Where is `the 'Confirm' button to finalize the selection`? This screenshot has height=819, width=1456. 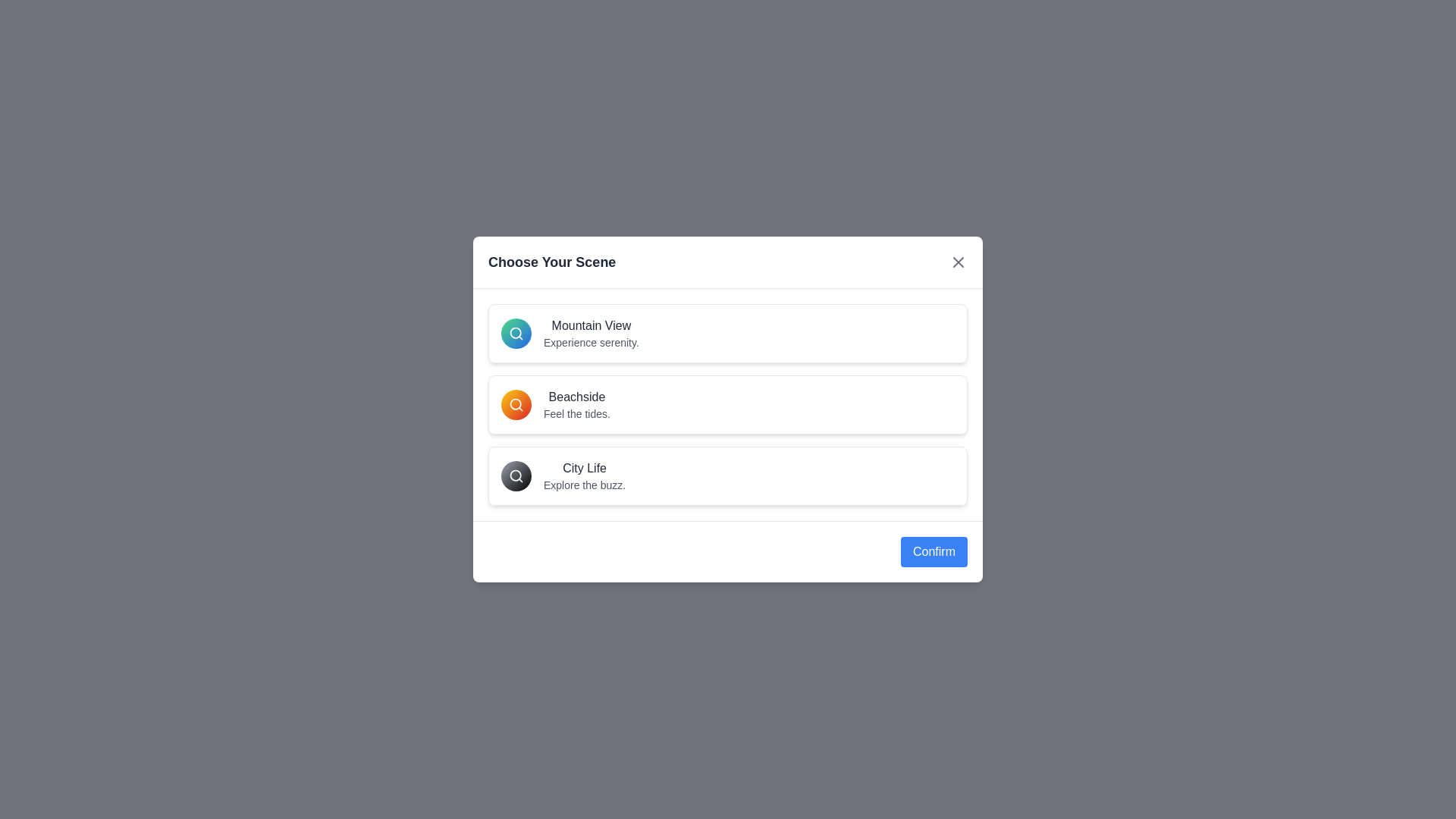
the 'Confirm' button to finalize the selection is located at coordinates (934, 552).